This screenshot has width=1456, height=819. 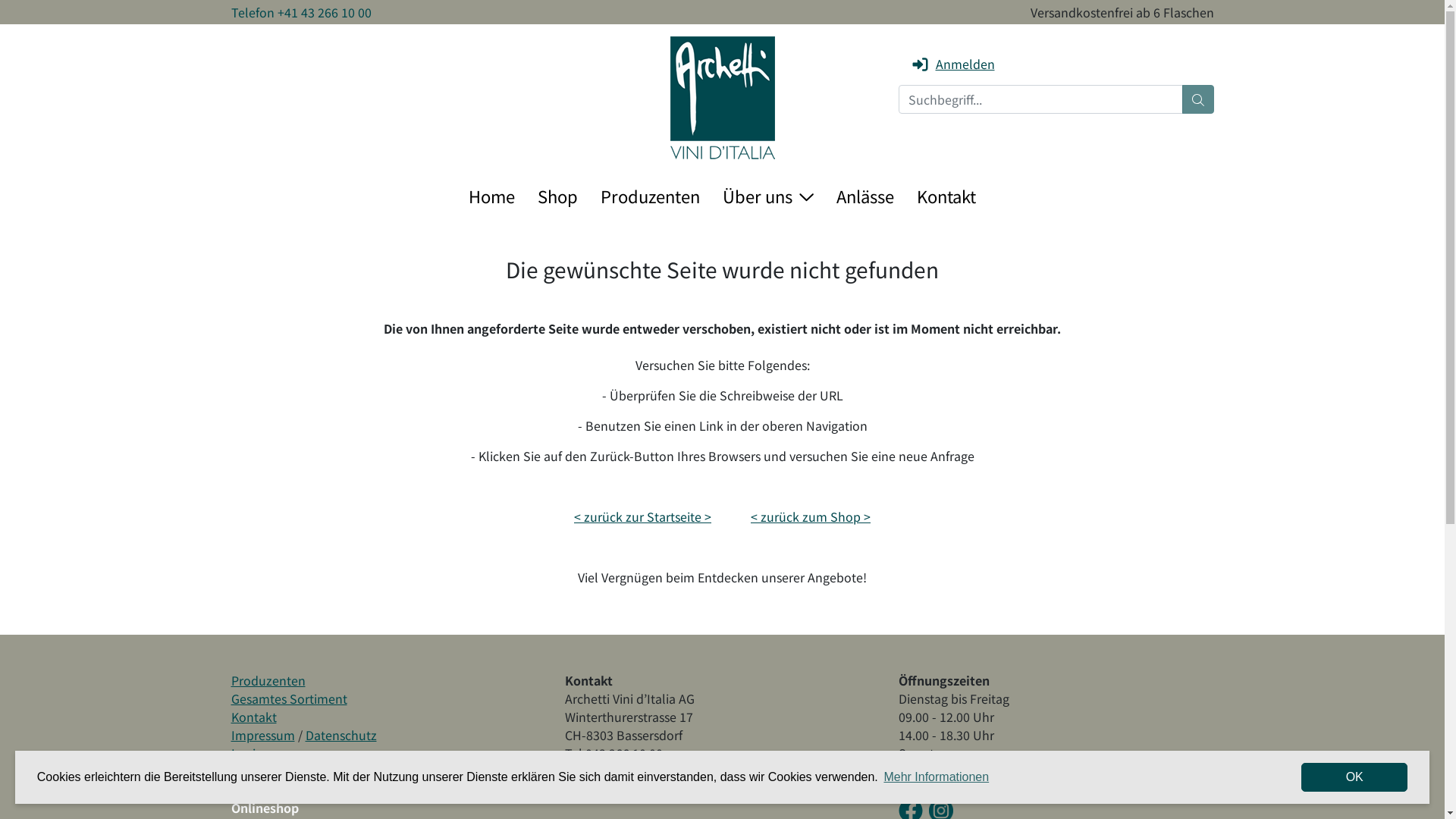 What do you see at coordinates (951, 63) in the screenshot?
I see `'Anmelden'` at bounding box center [951, 63].